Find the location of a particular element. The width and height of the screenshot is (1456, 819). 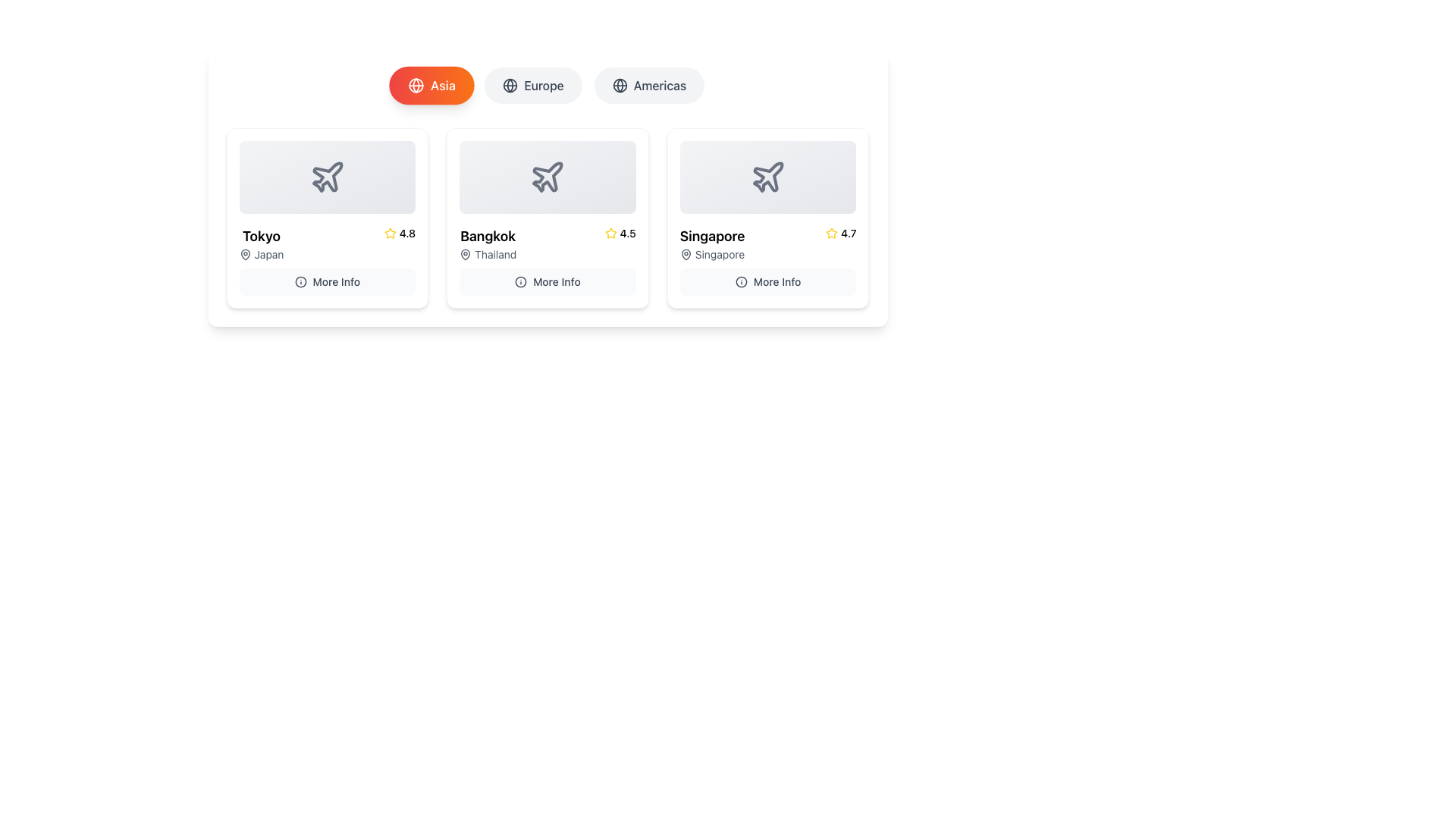

the SVG circle that represents the globe icon for the 'Asia' button in the navigation bar, which has an orange background and is marked with the text 'Asia' is located at coordinates (620, 85).